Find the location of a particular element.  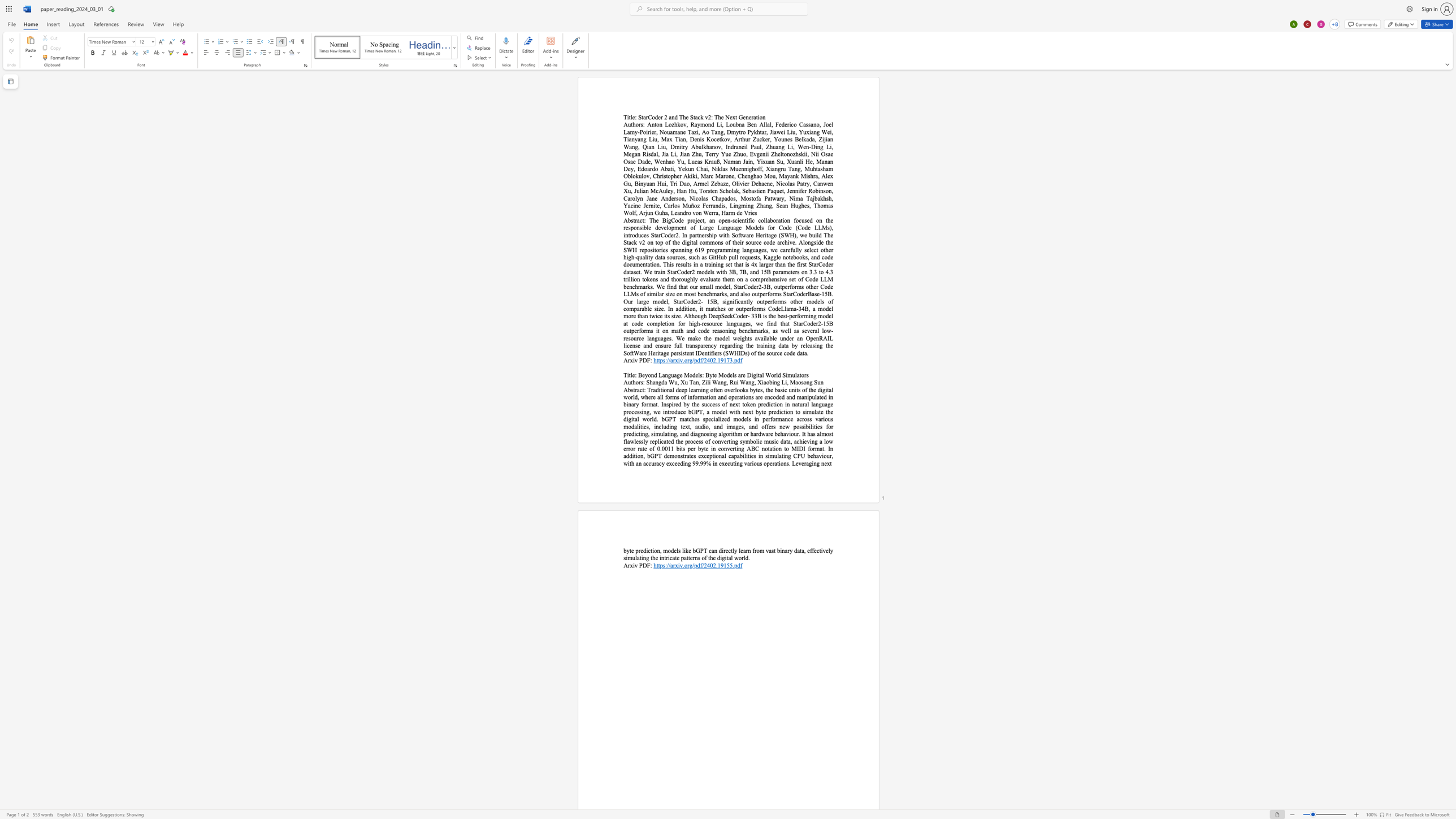

the space between the continuous character "." and "p" in the text is located at coordinates (734, 359).